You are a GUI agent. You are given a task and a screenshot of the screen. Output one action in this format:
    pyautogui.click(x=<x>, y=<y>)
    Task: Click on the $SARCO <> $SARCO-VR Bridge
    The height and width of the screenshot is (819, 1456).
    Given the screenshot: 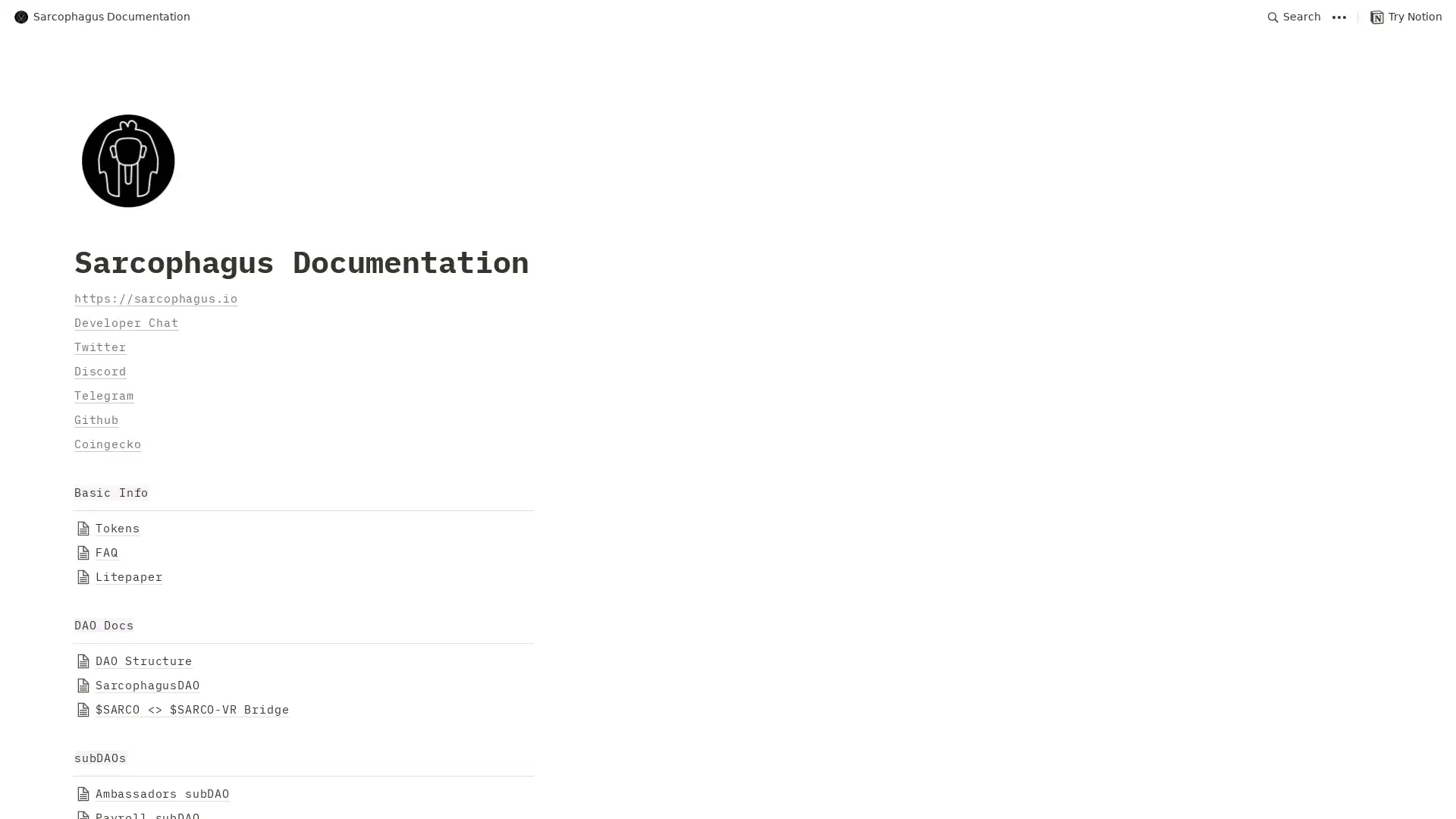 What is the action you would take?
    pyautogui.click(x=728, y=710)
    